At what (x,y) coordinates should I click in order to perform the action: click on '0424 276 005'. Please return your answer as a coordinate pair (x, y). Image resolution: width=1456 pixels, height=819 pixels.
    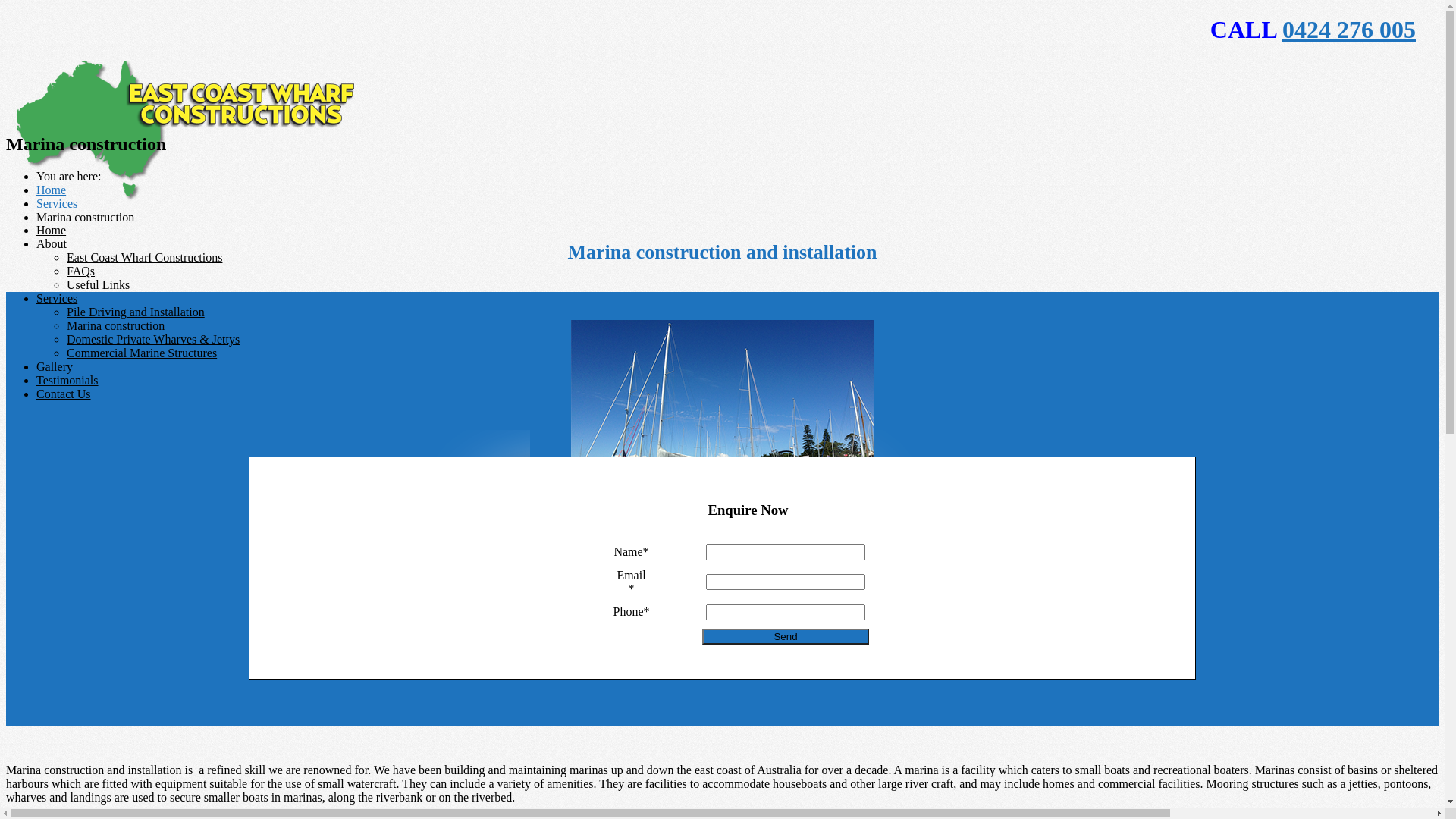
    Looking at the image, I should click on (1281, 29).